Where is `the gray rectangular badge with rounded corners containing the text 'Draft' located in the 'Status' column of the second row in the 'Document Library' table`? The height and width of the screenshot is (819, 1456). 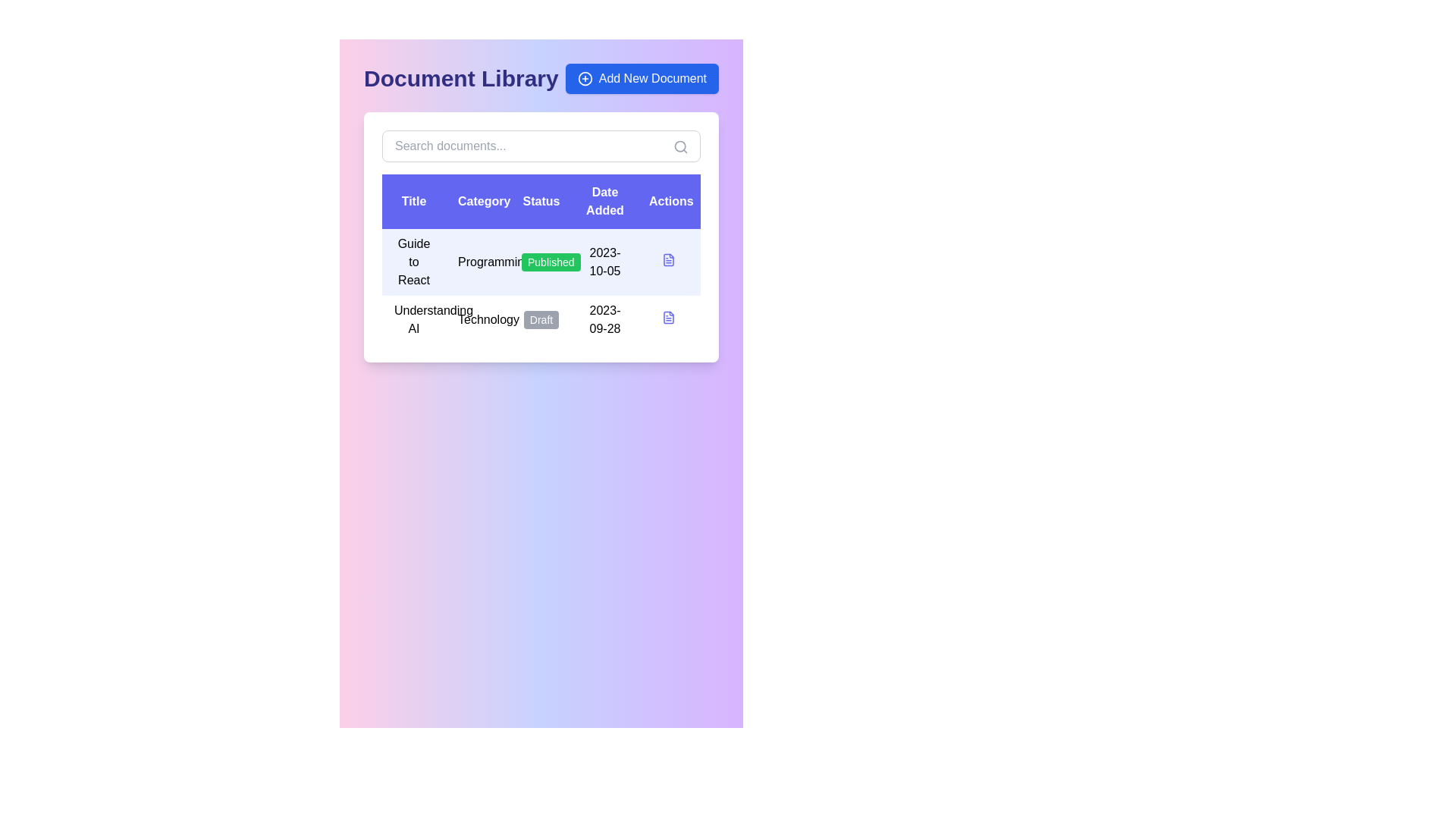
the gray rectangular badge with rounded corners containing the text 'Draft' located in the 'Status' column of the second row in the 'Document Library' table is located at coordinates (541, 318).